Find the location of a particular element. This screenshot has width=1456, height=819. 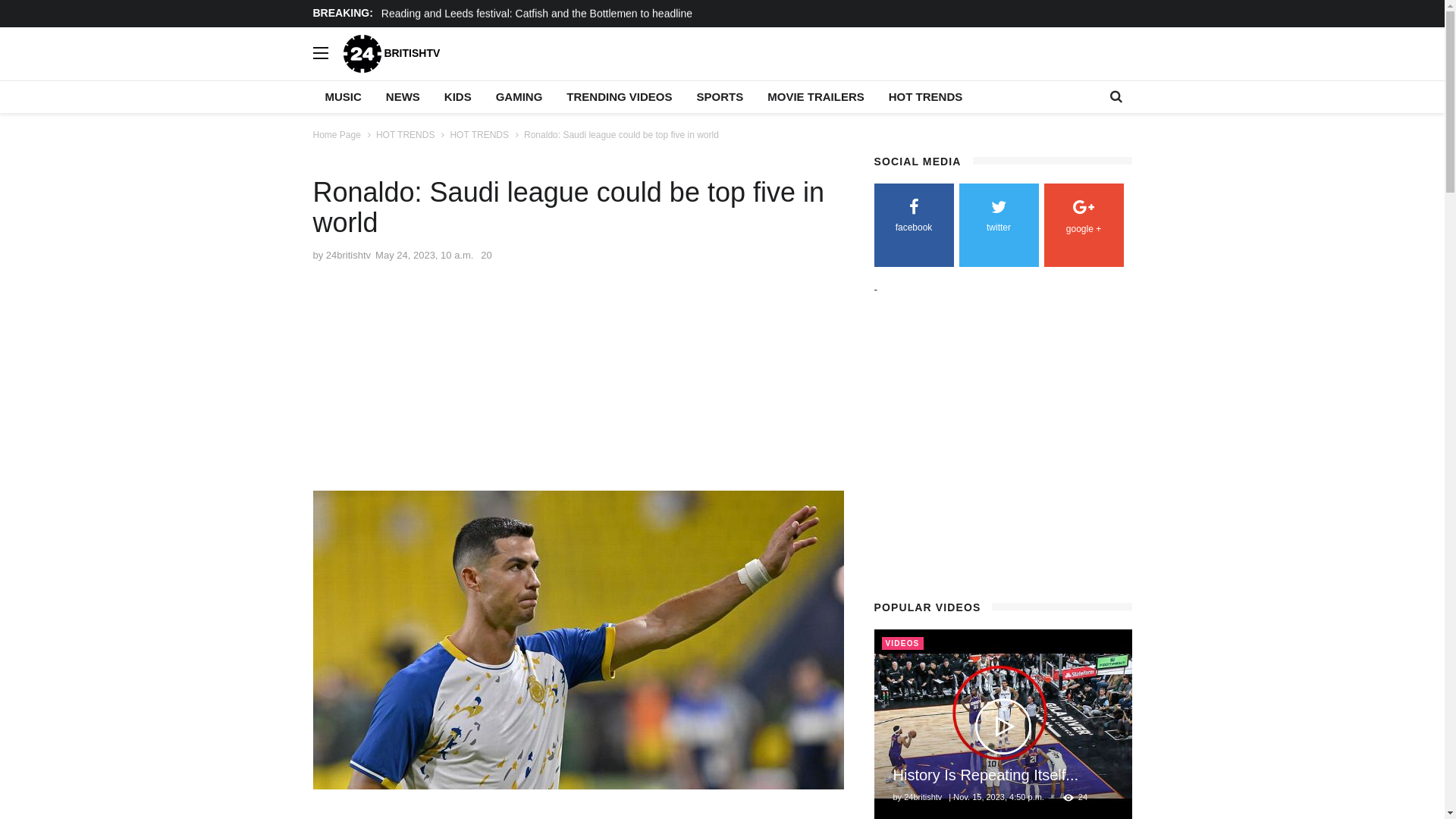

'HOT TRENDS' is located at coordinates (449, 133).